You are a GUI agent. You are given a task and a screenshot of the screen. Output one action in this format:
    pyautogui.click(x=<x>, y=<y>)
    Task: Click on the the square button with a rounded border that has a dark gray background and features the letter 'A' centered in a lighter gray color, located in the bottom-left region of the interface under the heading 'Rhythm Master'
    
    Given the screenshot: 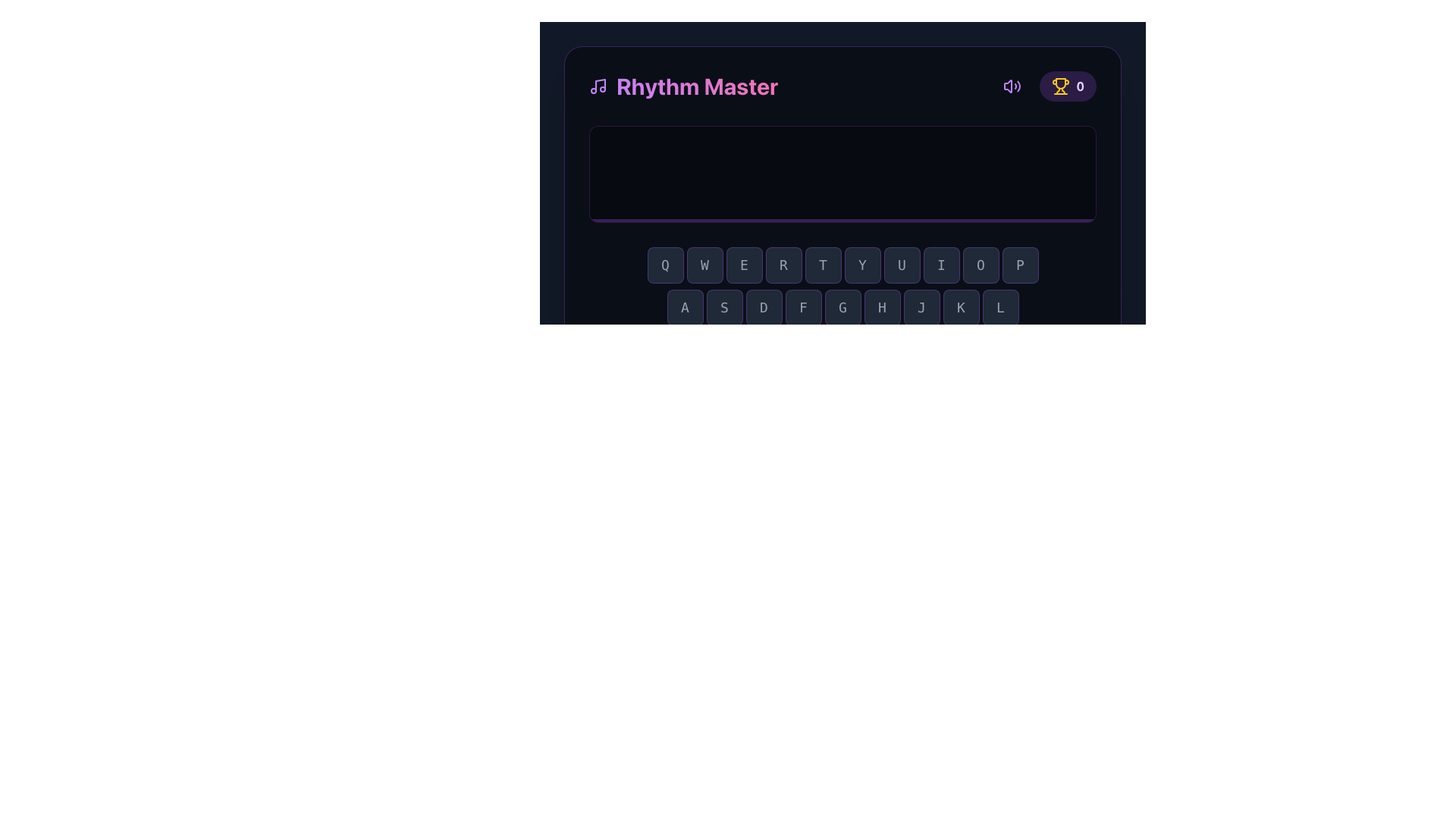 What is the action you would take?
    pyautogui.click(x=684, y=307)
    